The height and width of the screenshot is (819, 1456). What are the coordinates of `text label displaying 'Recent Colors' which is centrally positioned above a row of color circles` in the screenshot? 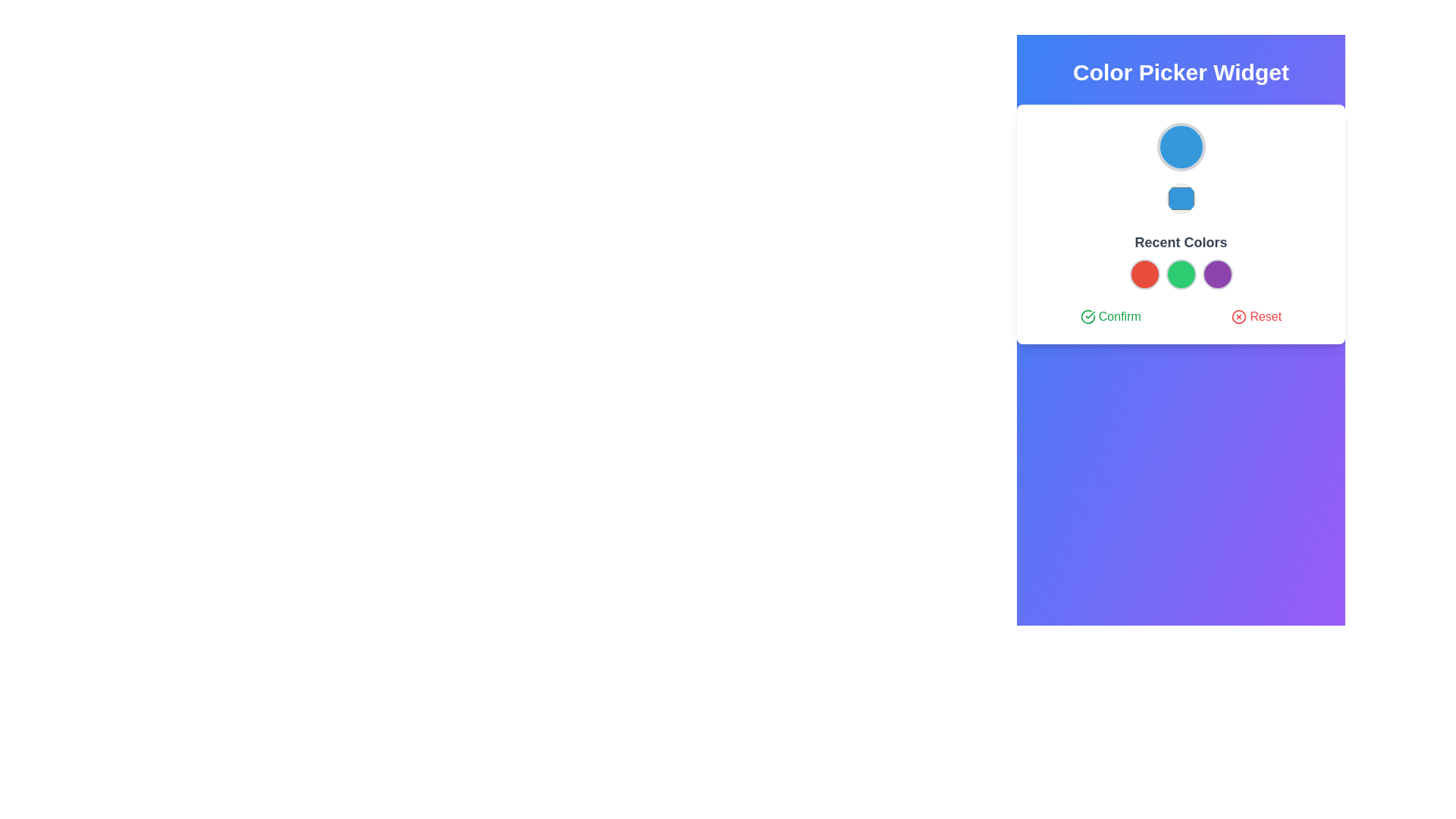 It's located at (1180, 242).